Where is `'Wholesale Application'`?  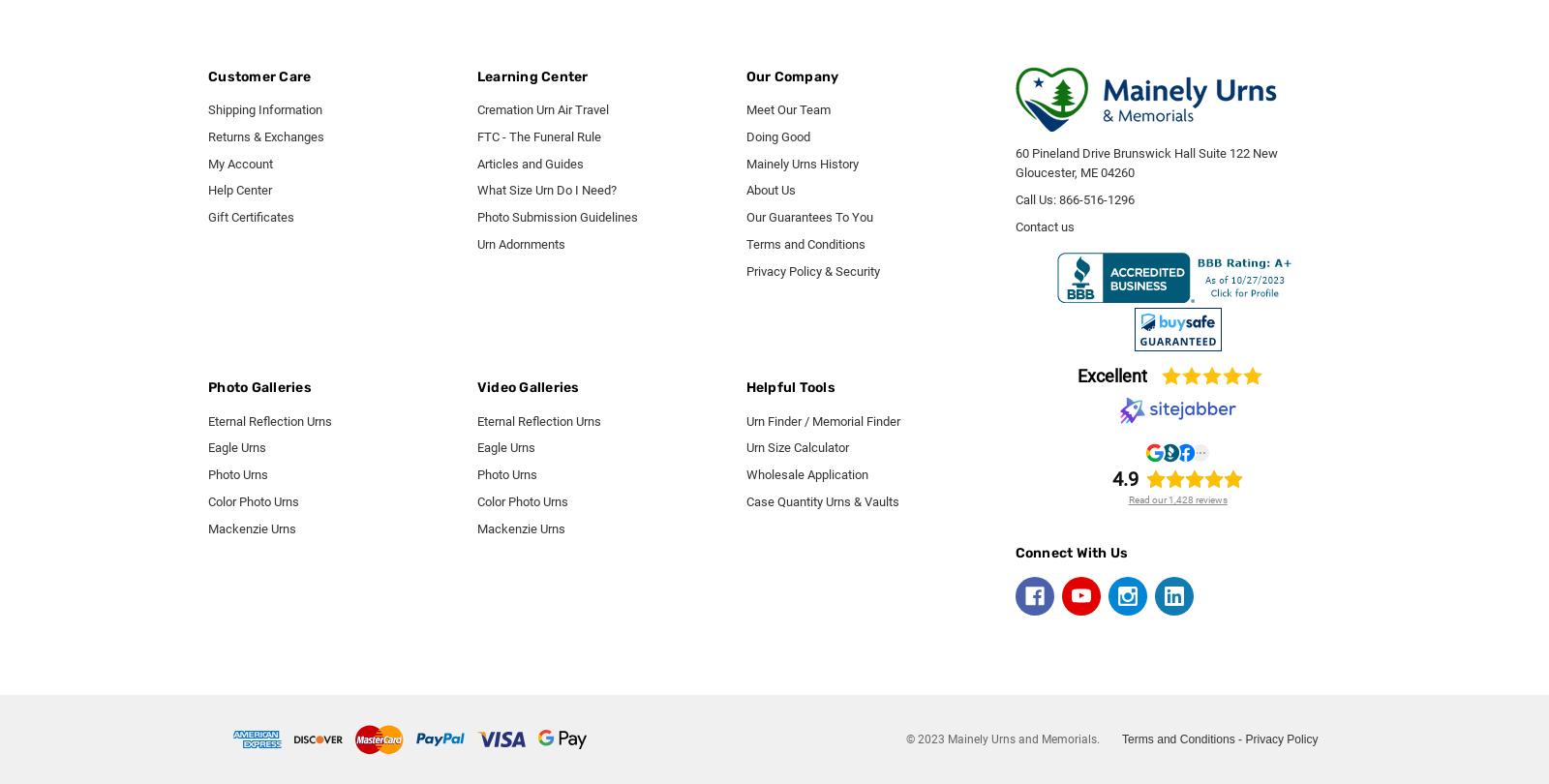
'Wholesale Application' is located at coordinates (745, 474).